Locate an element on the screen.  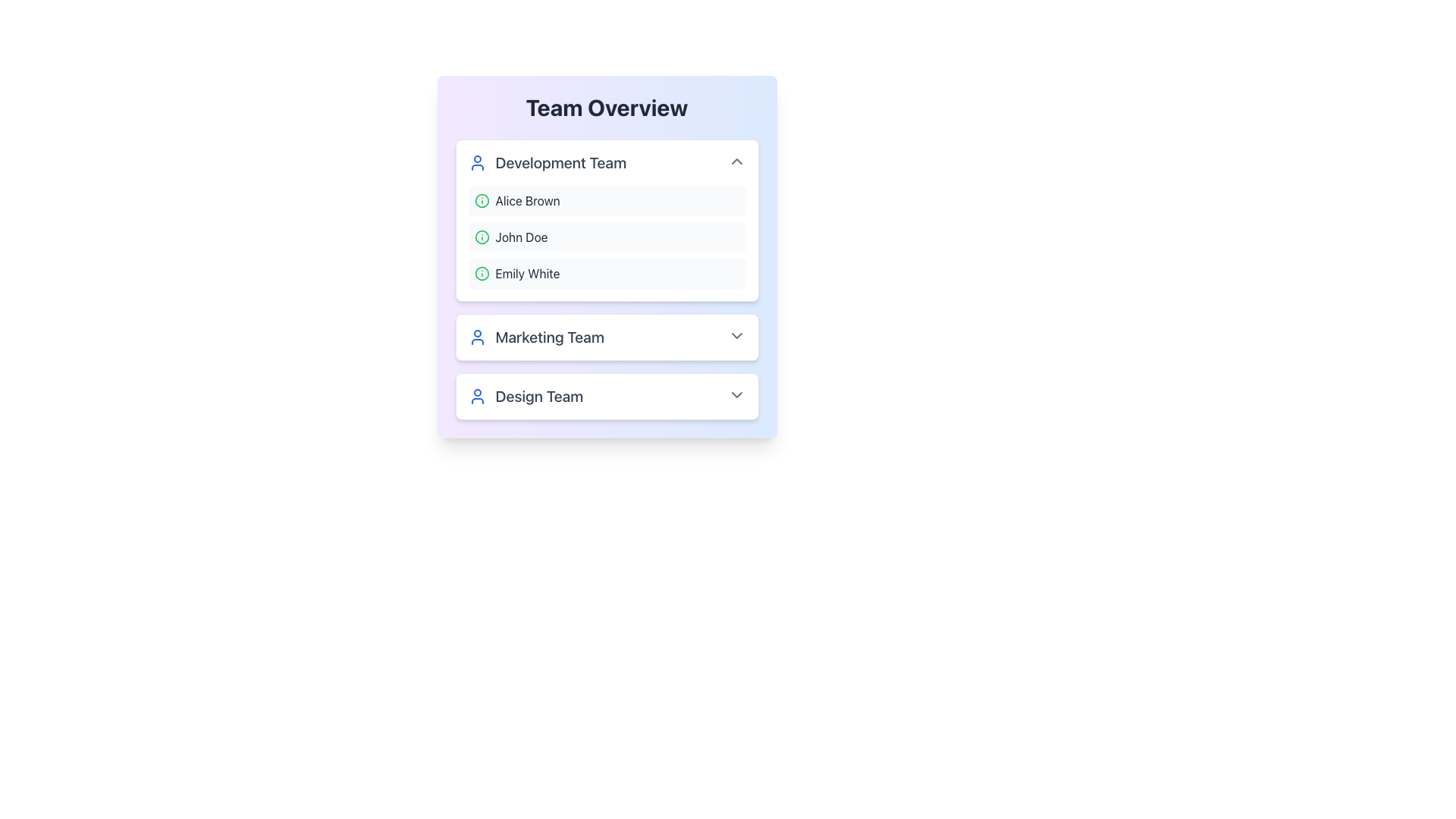
the 'info' icon with a green outline that is positioned to the left of the text 'Emily White' is located at coordinates (481, 274).